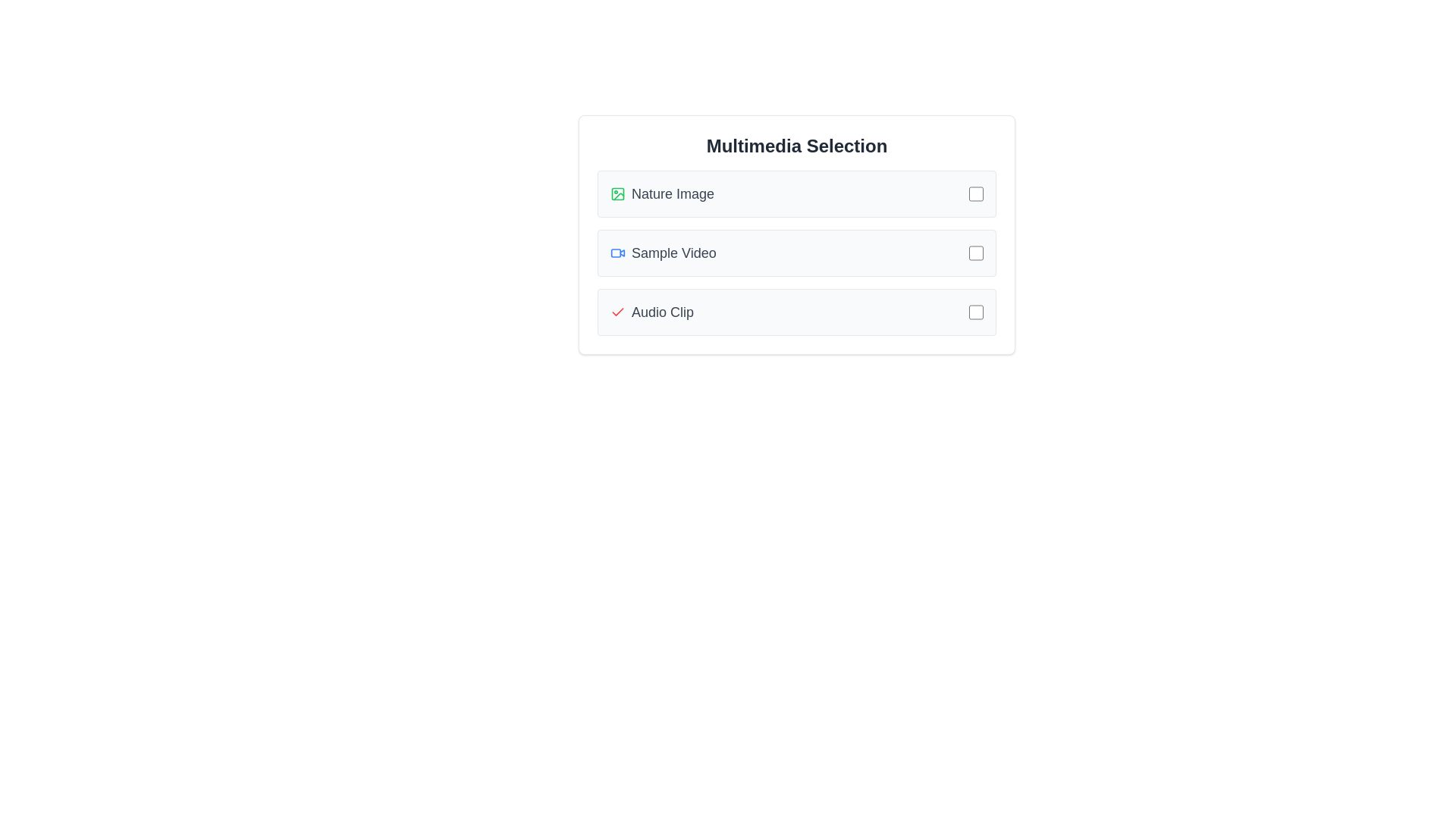 This screenshot has height=819, width=1456. What do you see at coordinates (618, 253) in the screenshot?
I see `the blue video icon with circular edges located to the left of the 'Sample Video' label in the multimedia selection interface` at bounding box center [618, 253].